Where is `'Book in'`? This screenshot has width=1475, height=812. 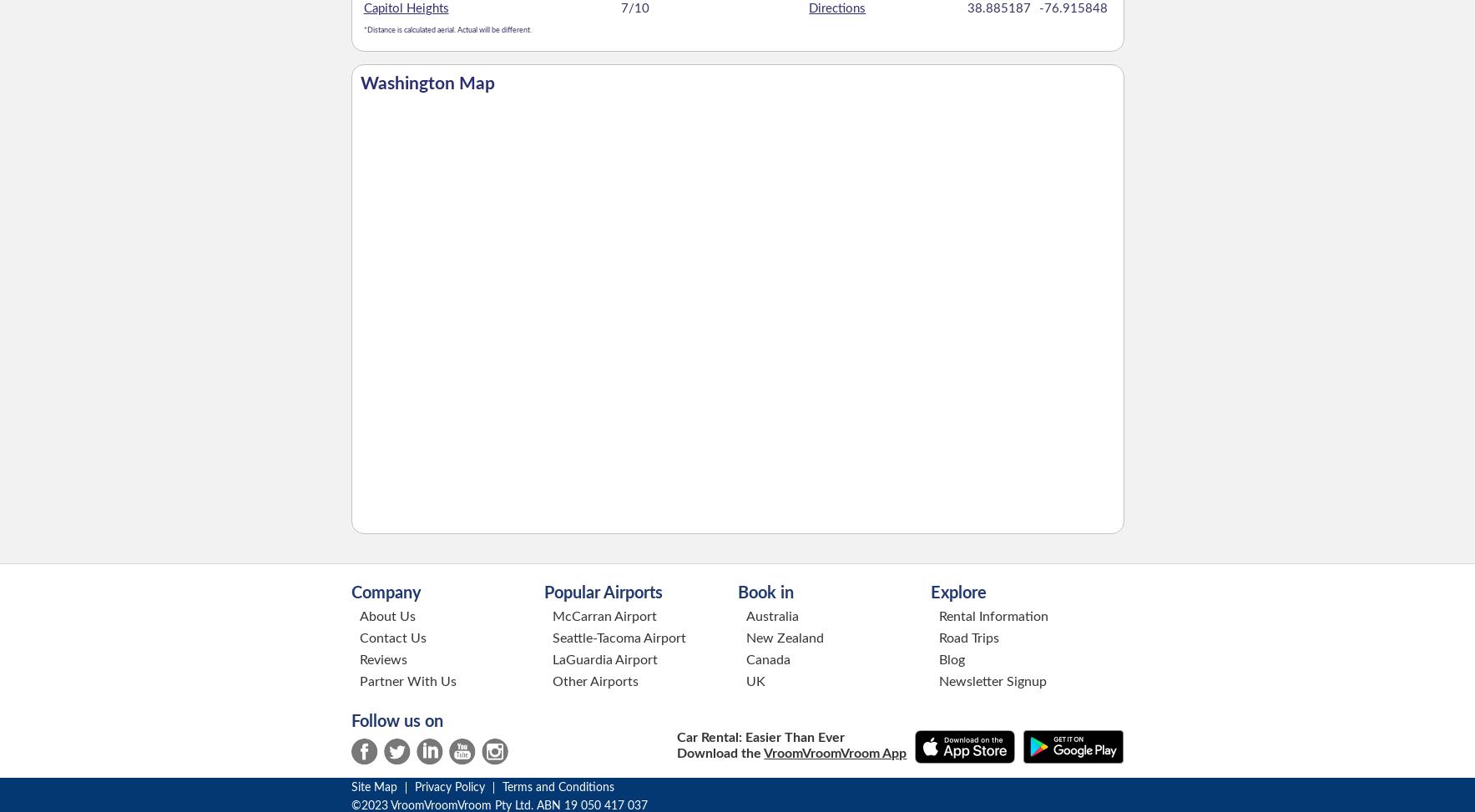 'Book in' is located at coordinates (735, 592).